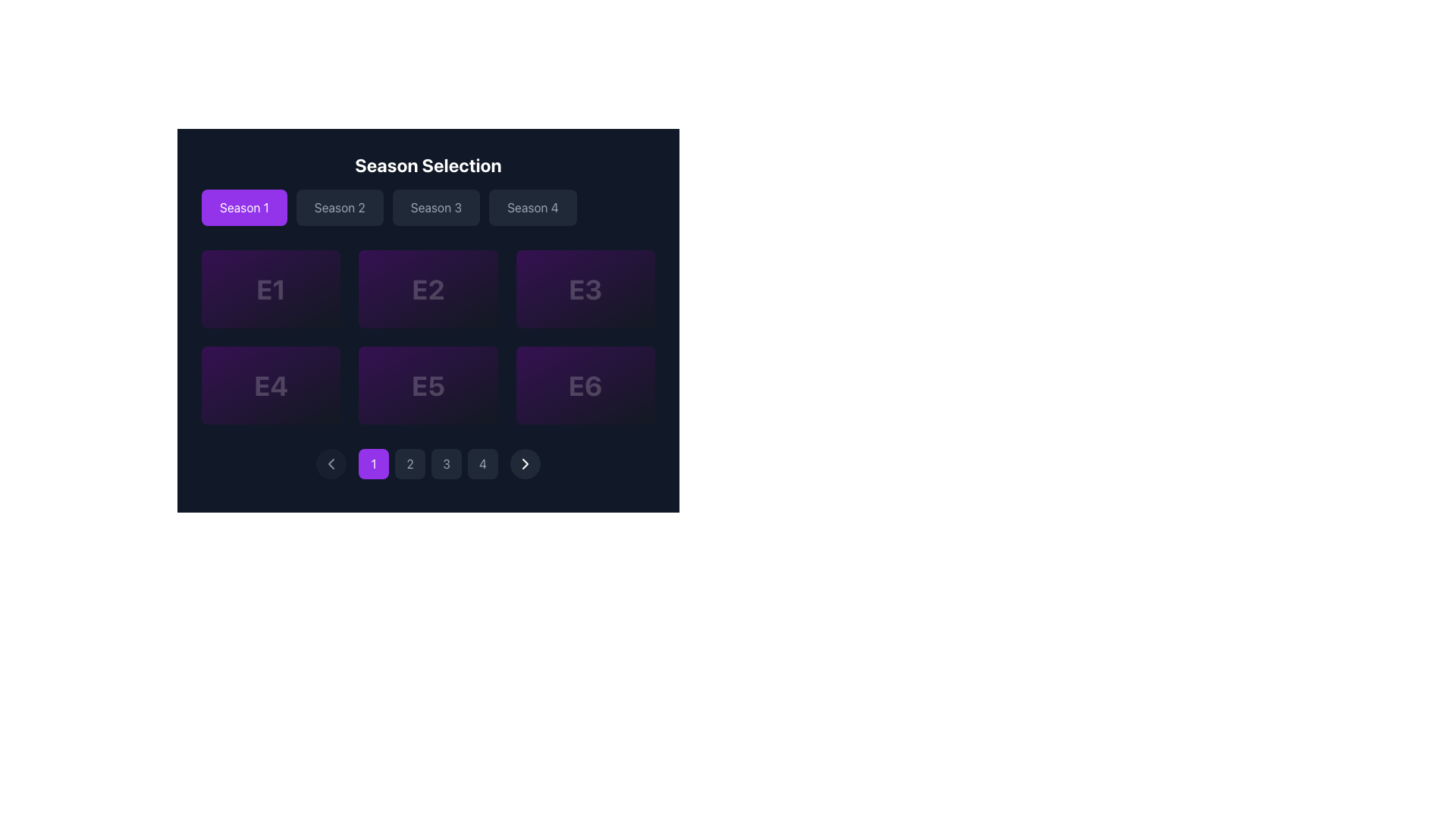 The width and height of the screenshot is (1456, 819). I want to click on the group of selectable buttons labeled 'Season 1' through 'Season 4', so click(428, 207).